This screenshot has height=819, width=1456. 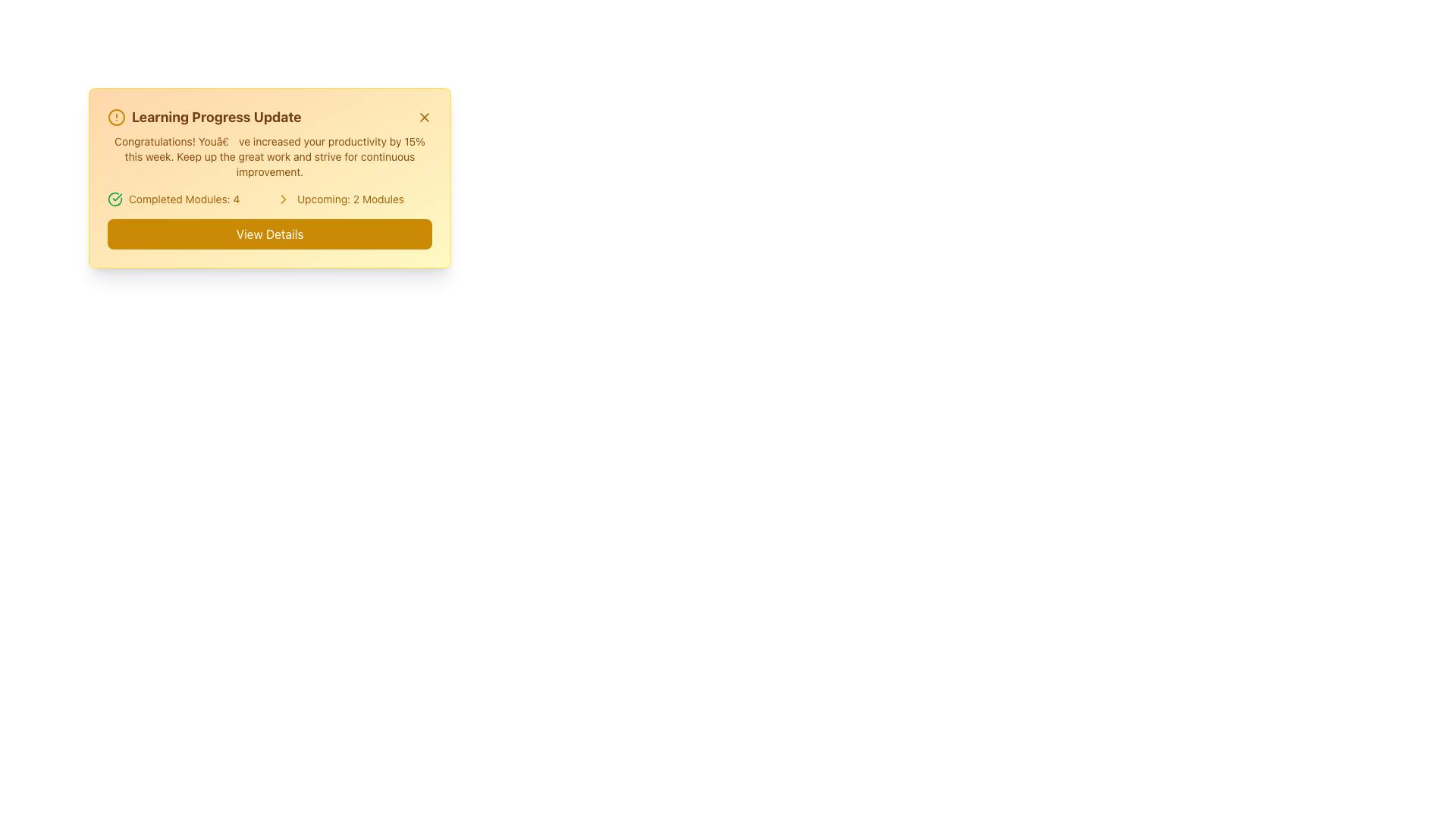 What do you see at coordinates (115, 116) in the screenshot?
I see `alert icon located to the left of the text 'Learning Progress Update' in the topmost section of the notification box by clicking on it` at bounding box center [115, 116].